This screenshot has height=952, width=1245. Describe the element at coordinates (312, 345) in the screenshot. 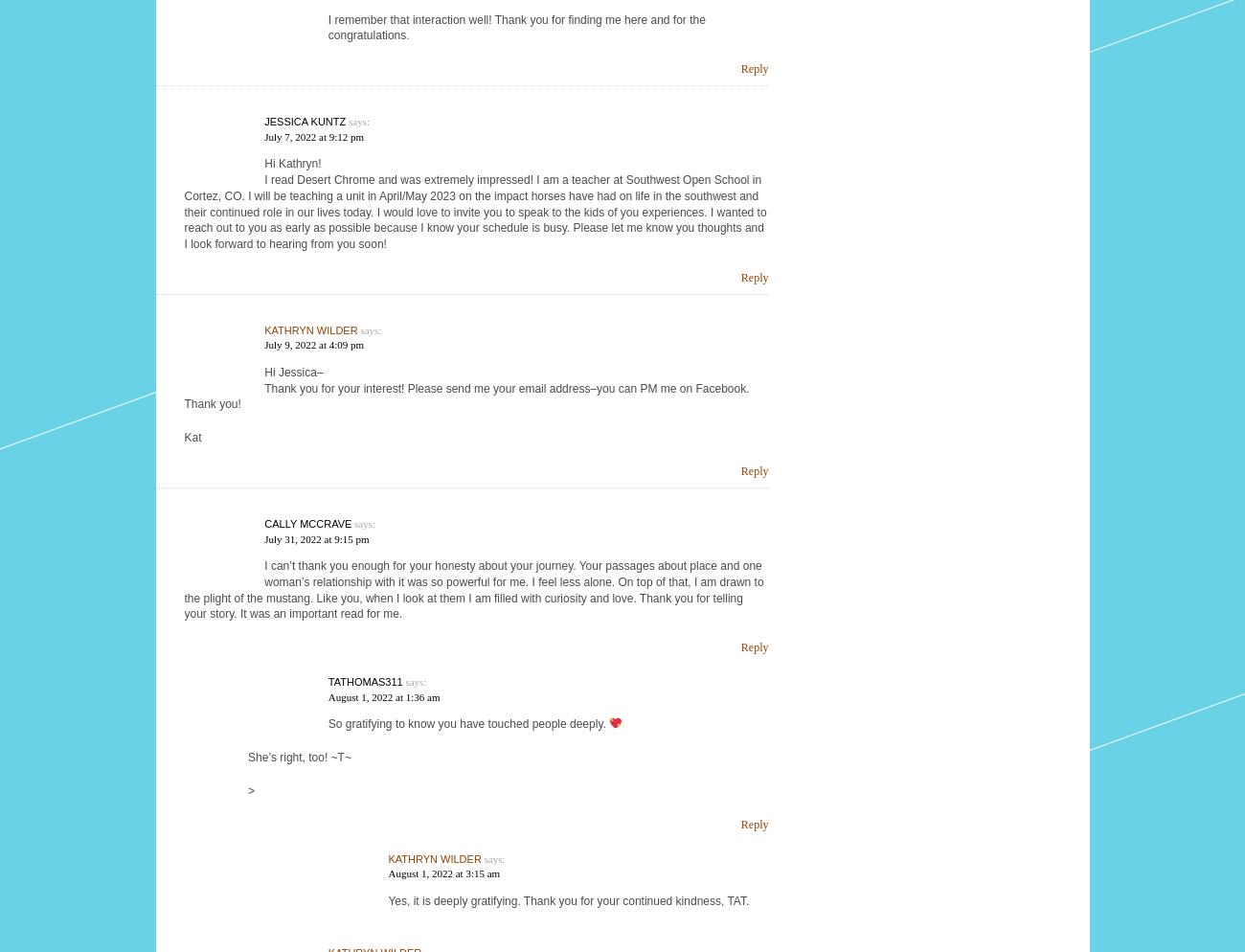

I see `'July 9, 2022 at 4:09 pm'` at that location.